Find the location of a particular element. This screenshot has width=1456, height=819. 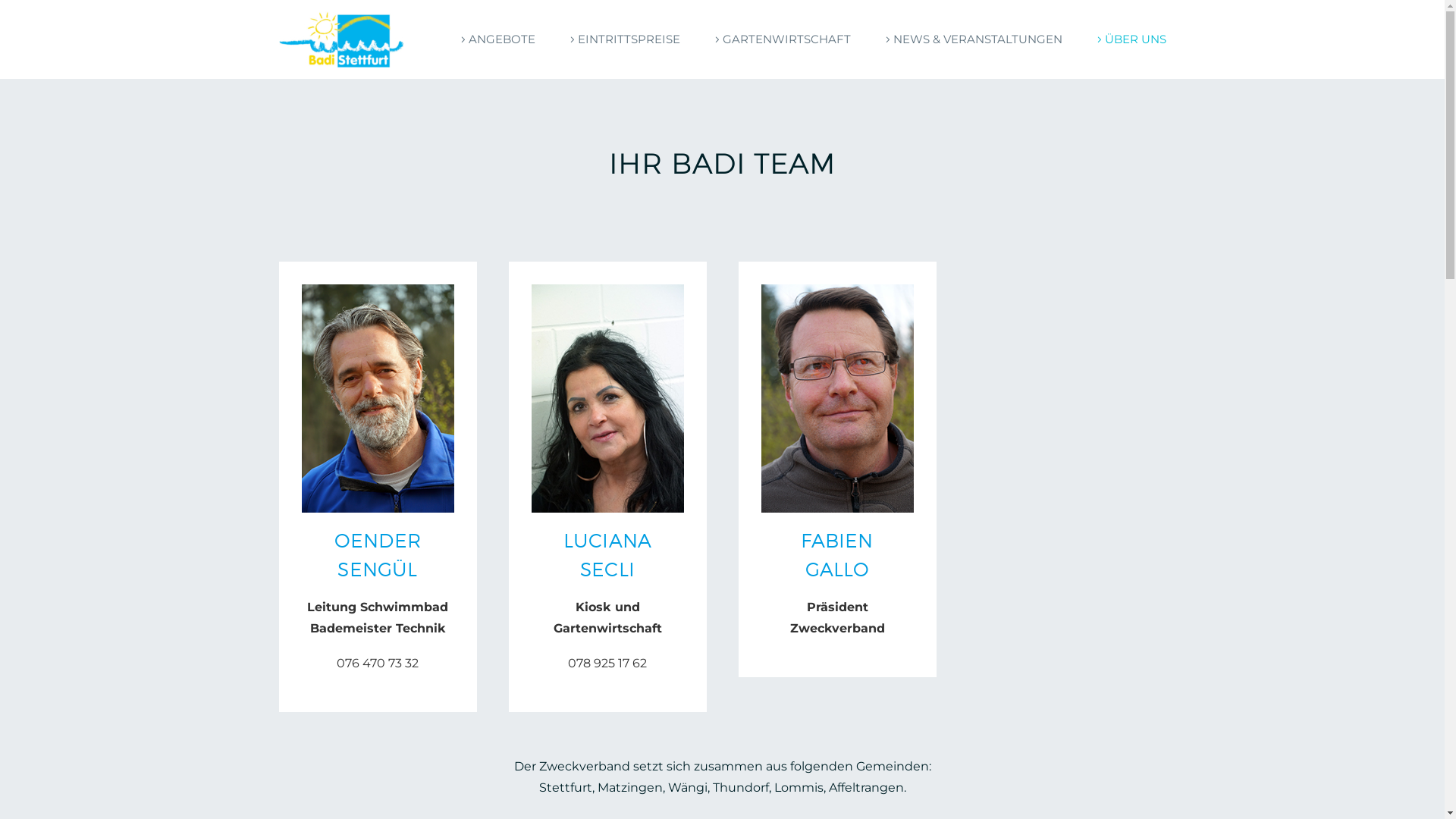

'ANGEBOTE' is located at coordinates (495, 38).